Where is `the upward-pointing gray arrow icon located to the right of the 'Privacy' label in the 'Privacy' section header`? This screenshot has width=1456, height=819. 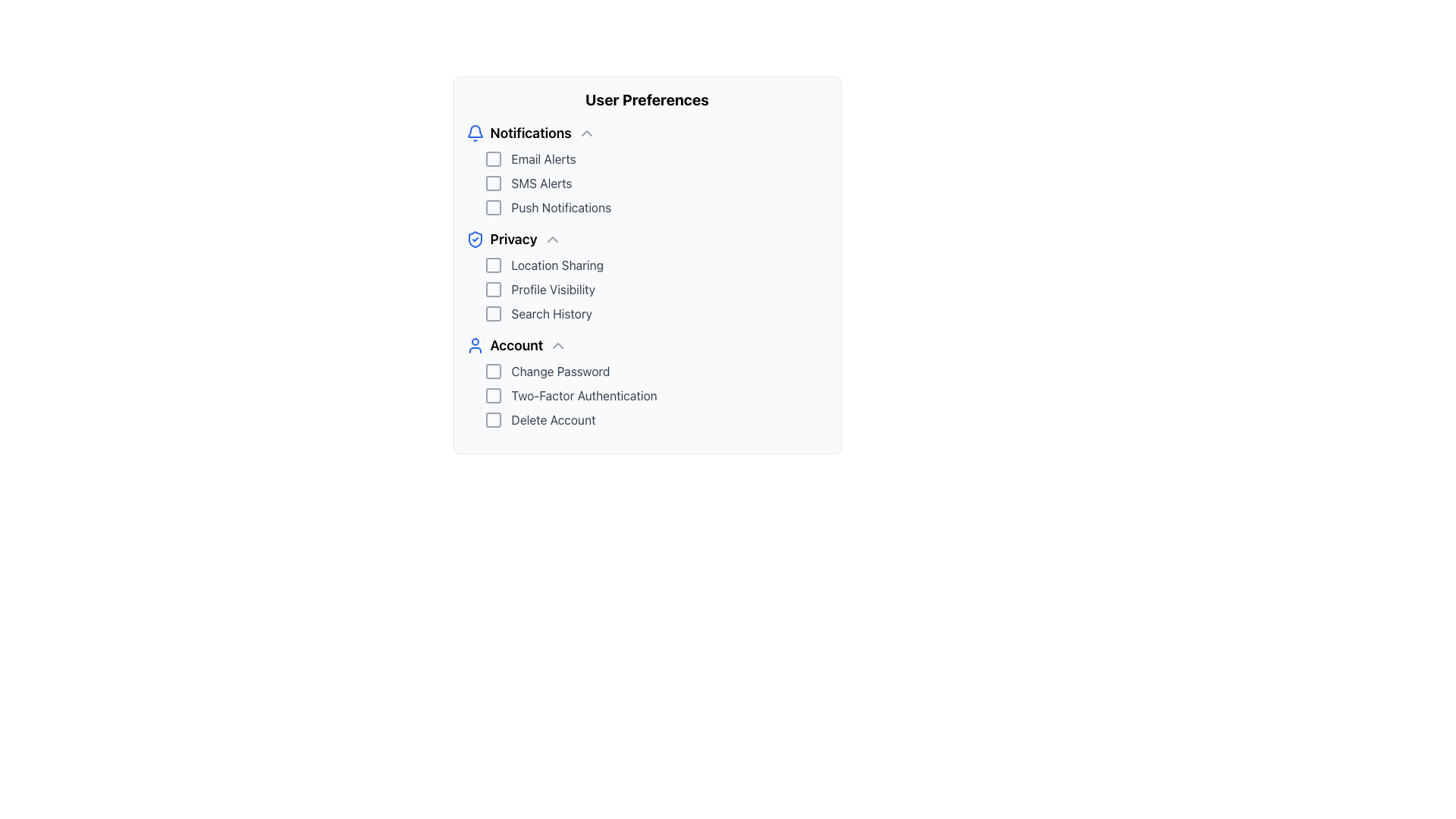 the upward-pointing gray arrow icon located to the right of the 'Privacy' label in the 'Privacy' section header is located at coordinates (551, 239).